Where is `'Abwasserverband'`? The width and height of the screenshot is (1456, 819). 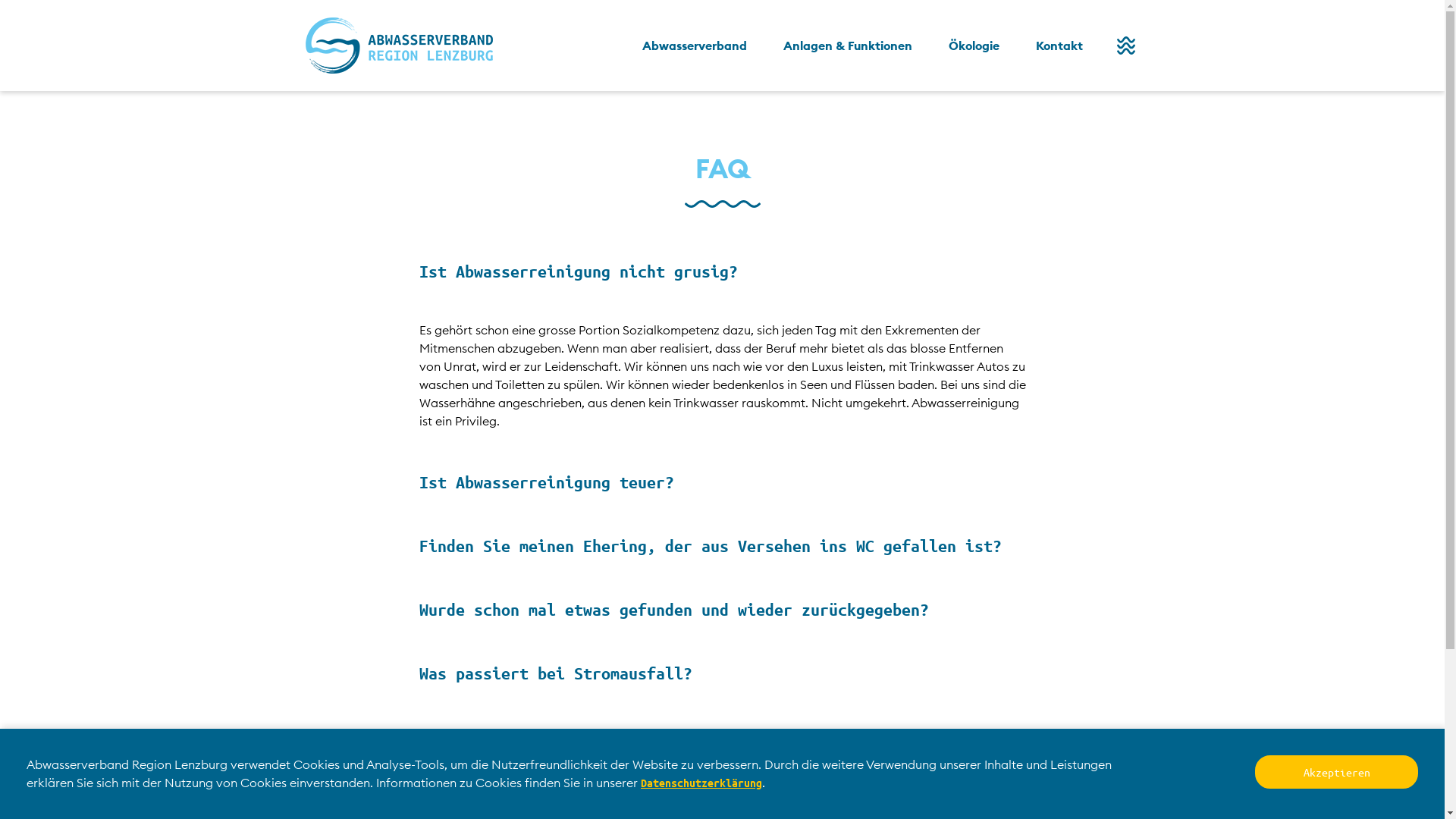
'Abwasserverband' is located at coordinates (693, 45).